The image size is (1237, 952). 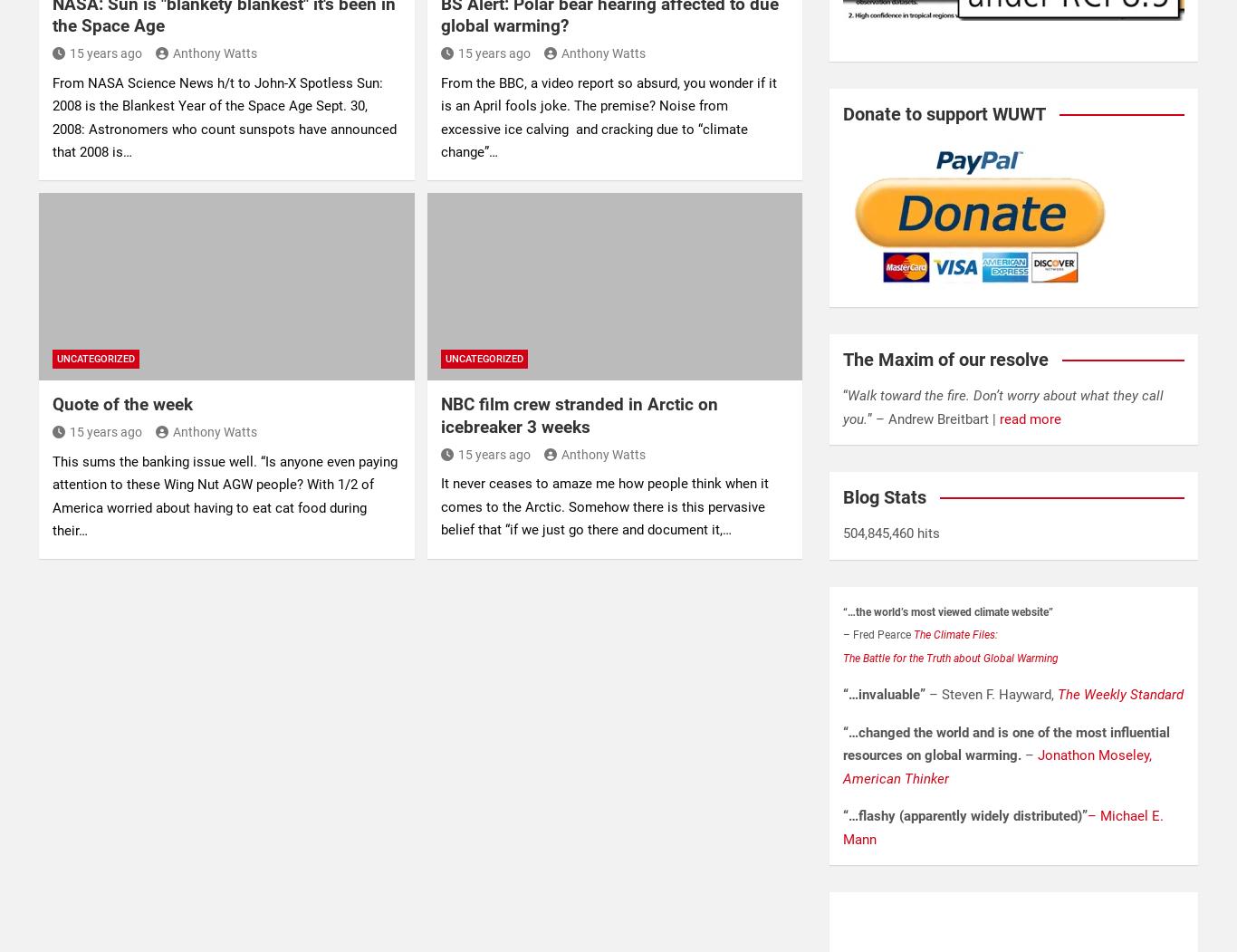 I want to click on 'From NASA Science News h/t to John-X Spotless Sun: 2008 is the Blankest Year of the Space Age Sept. 30, 2008: Astronomers who count sunspots have announced that 2008 is…', so click(x=225, y=116).